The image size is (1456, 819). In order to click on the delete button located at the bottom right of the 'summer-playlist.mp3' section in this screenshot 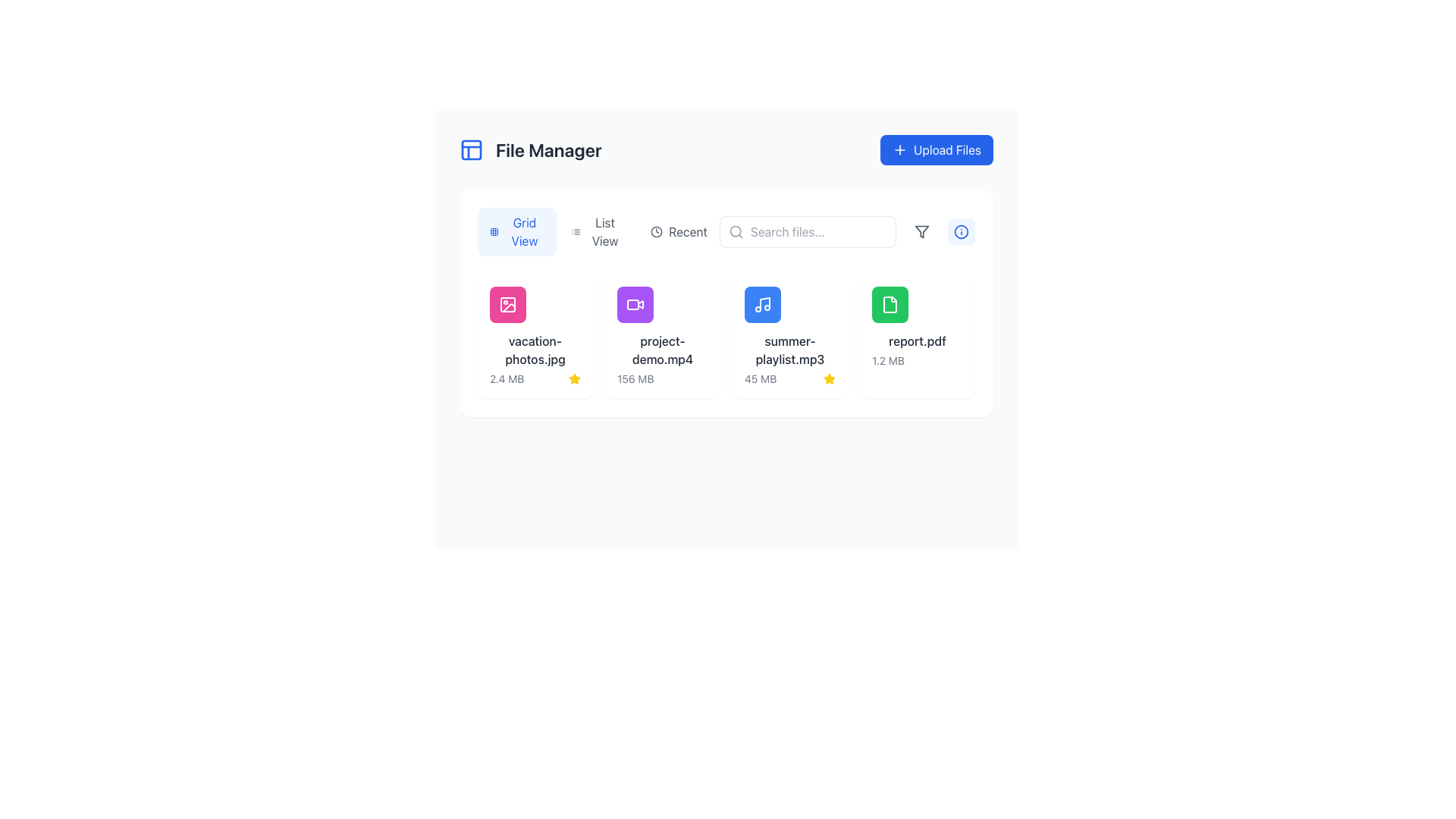, I will do `click(821, 376)`.